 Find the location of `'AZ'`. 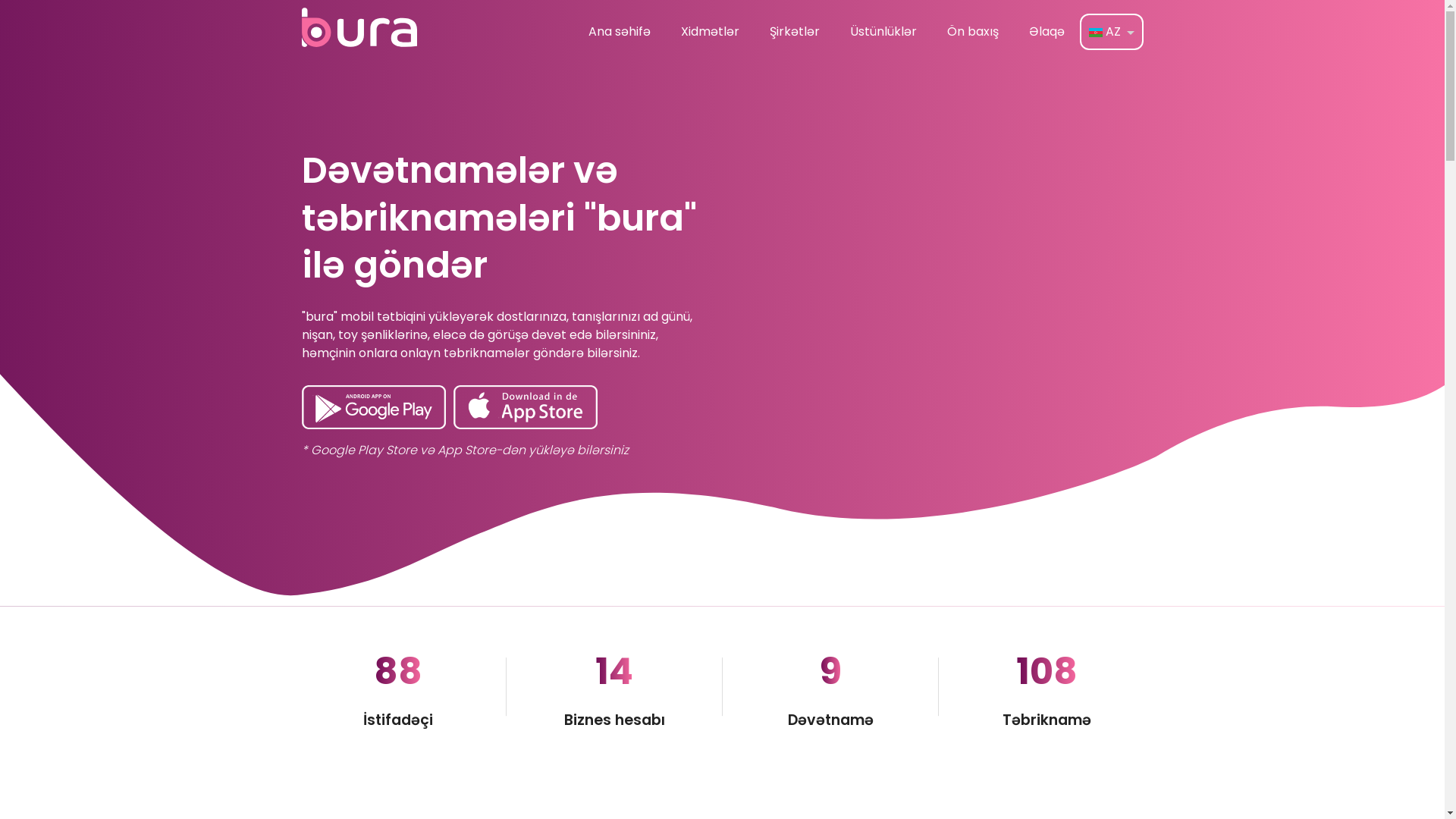

'AZ' is located at coordinates (1080, 32).